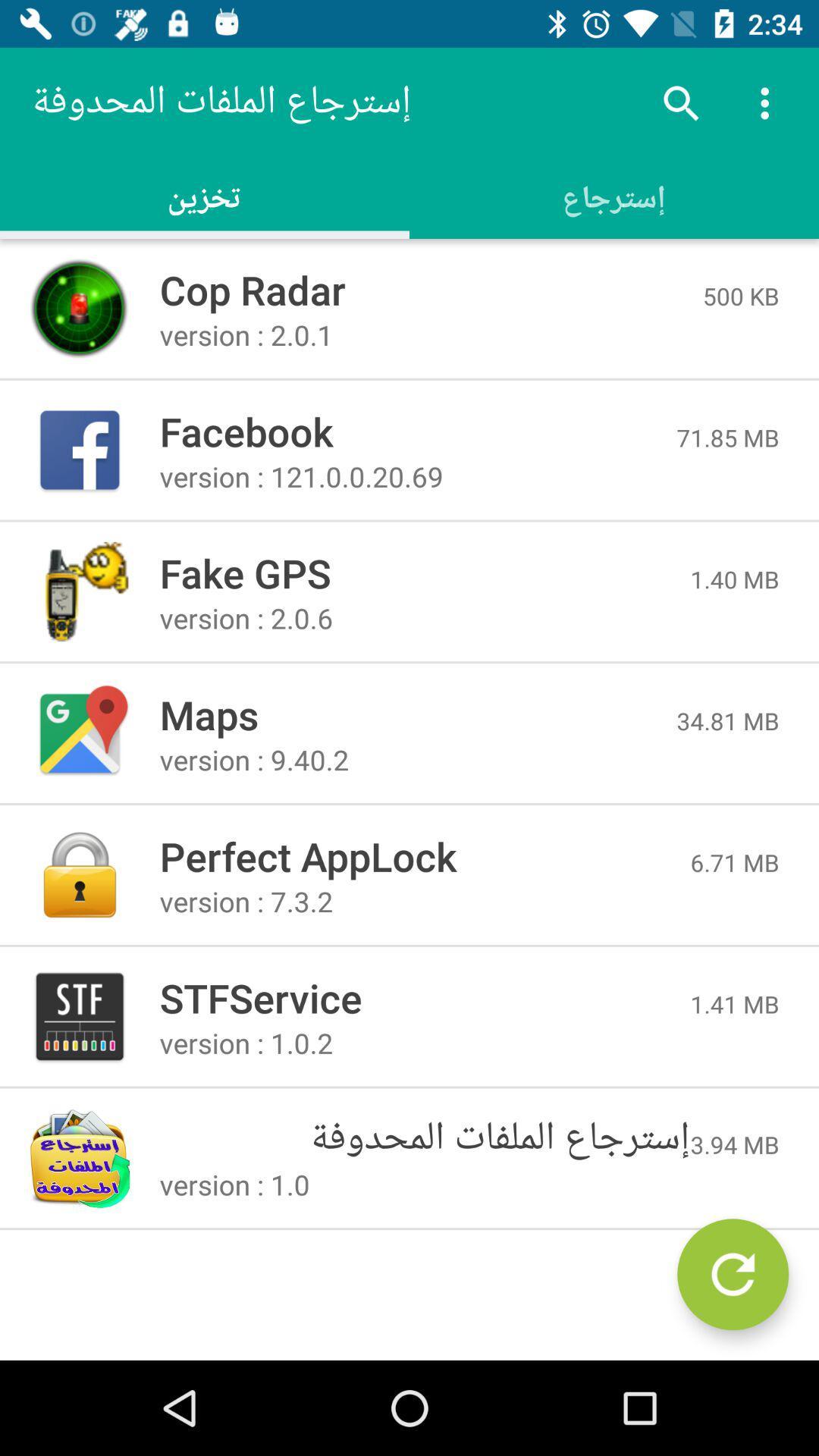 The width and height of the screenshot is (819, 1456). What do you see at coordinates (418, 714) in the screenshot?
I see `the item to the left of the 34.81 mb icon` at bounding box center [418, 714].